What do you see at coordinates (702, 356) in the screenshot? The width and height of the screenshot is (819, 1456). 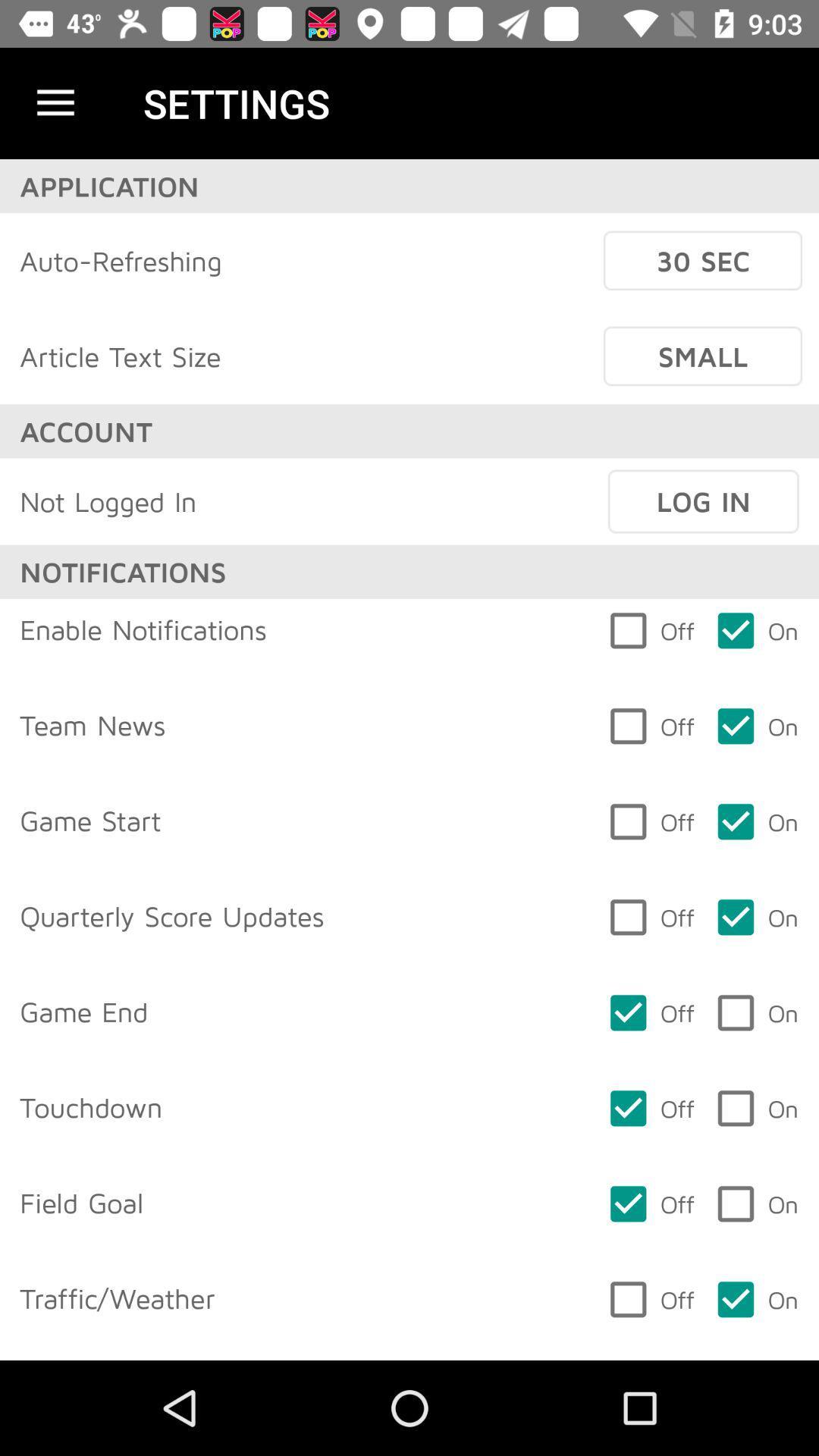 I see `small below 30 sec` at bounding box center [702, 356].